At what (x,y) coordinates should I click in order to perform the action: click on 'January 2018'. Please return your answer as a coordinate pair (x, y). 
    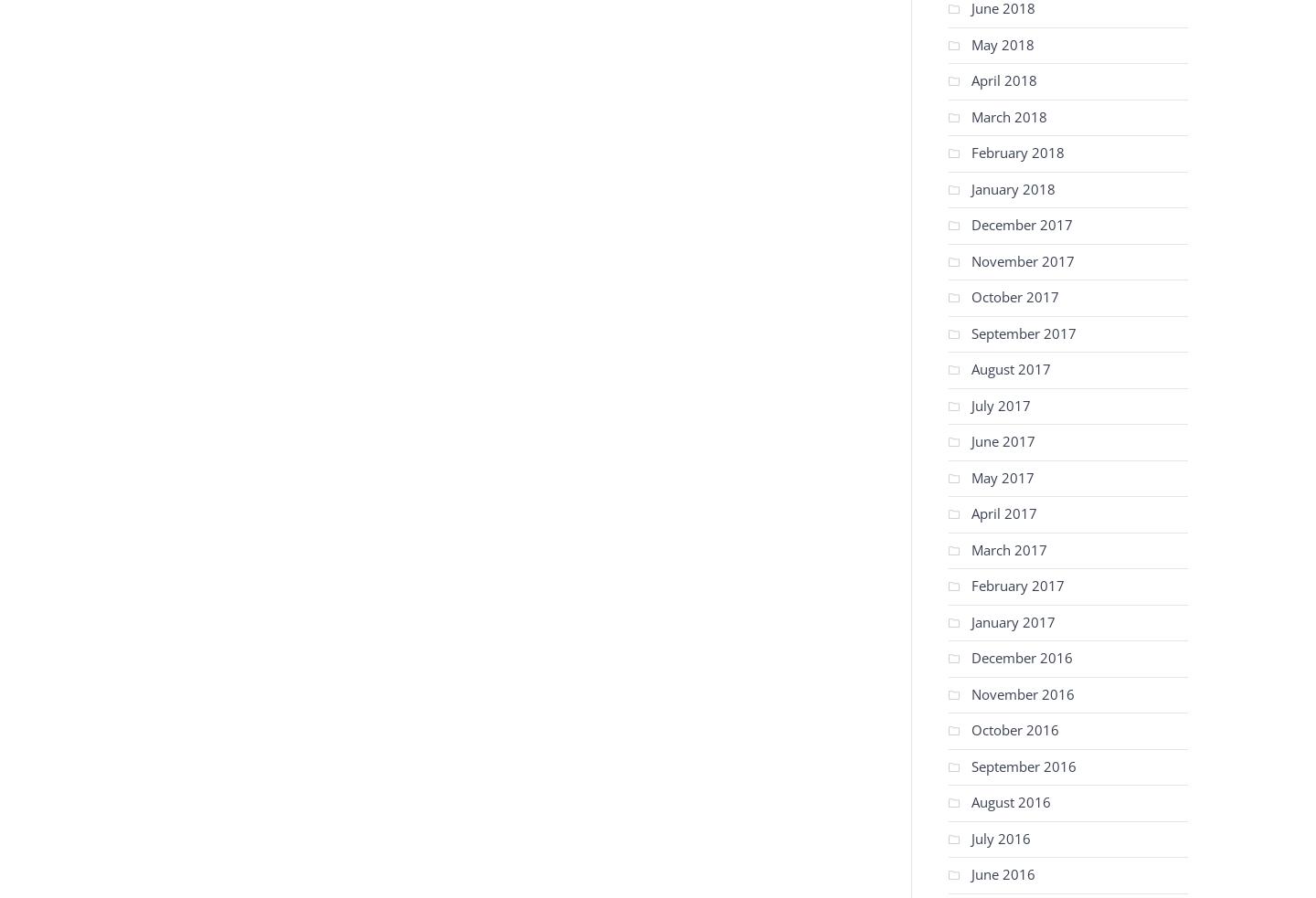
    Looking at the image, I should click on (1012, 188).